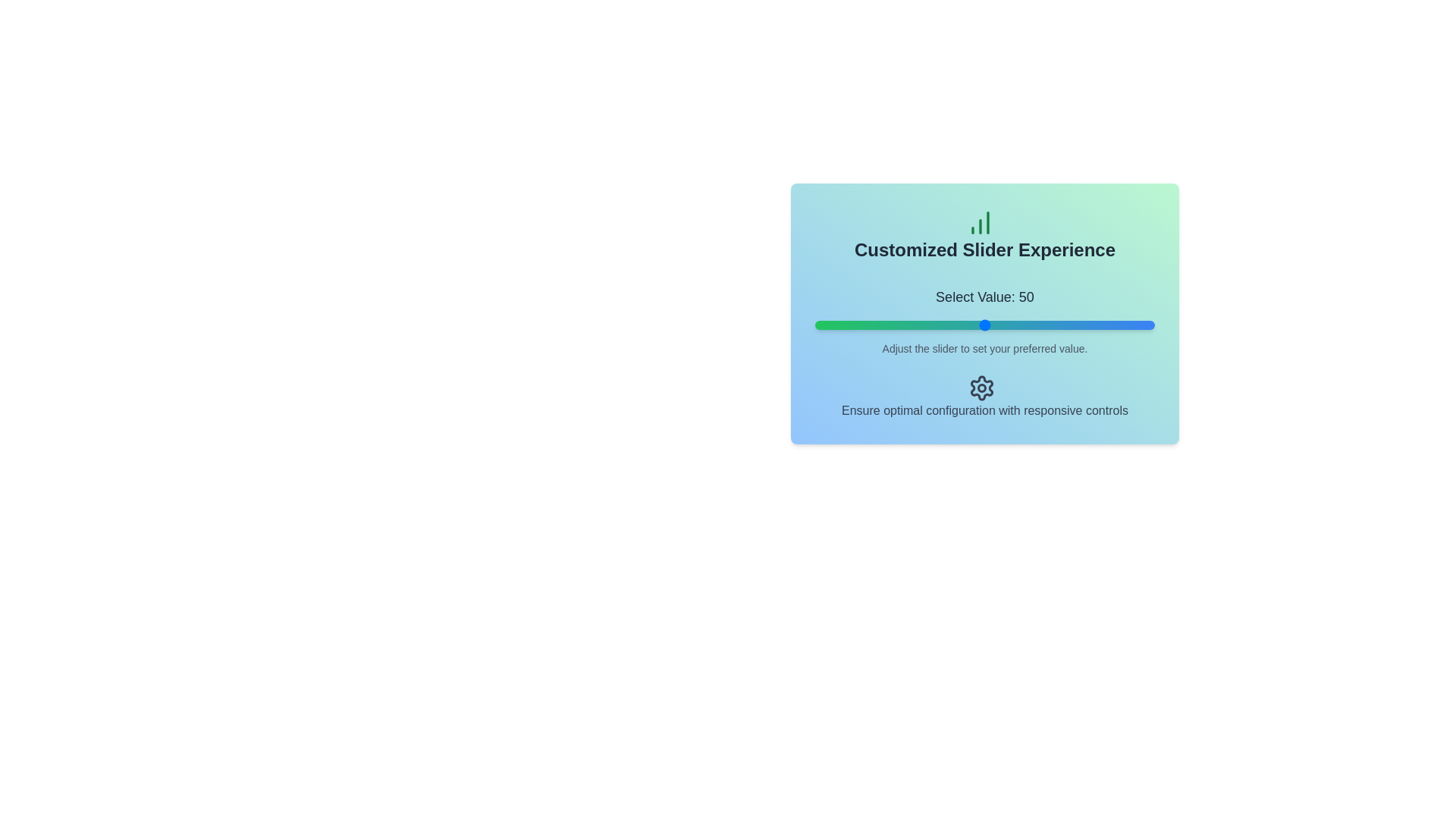 Image resolution: width=1456 pixels, height=819 pixels. I want to click on the bar_chart icon to access its functionality, so click(980, 222).